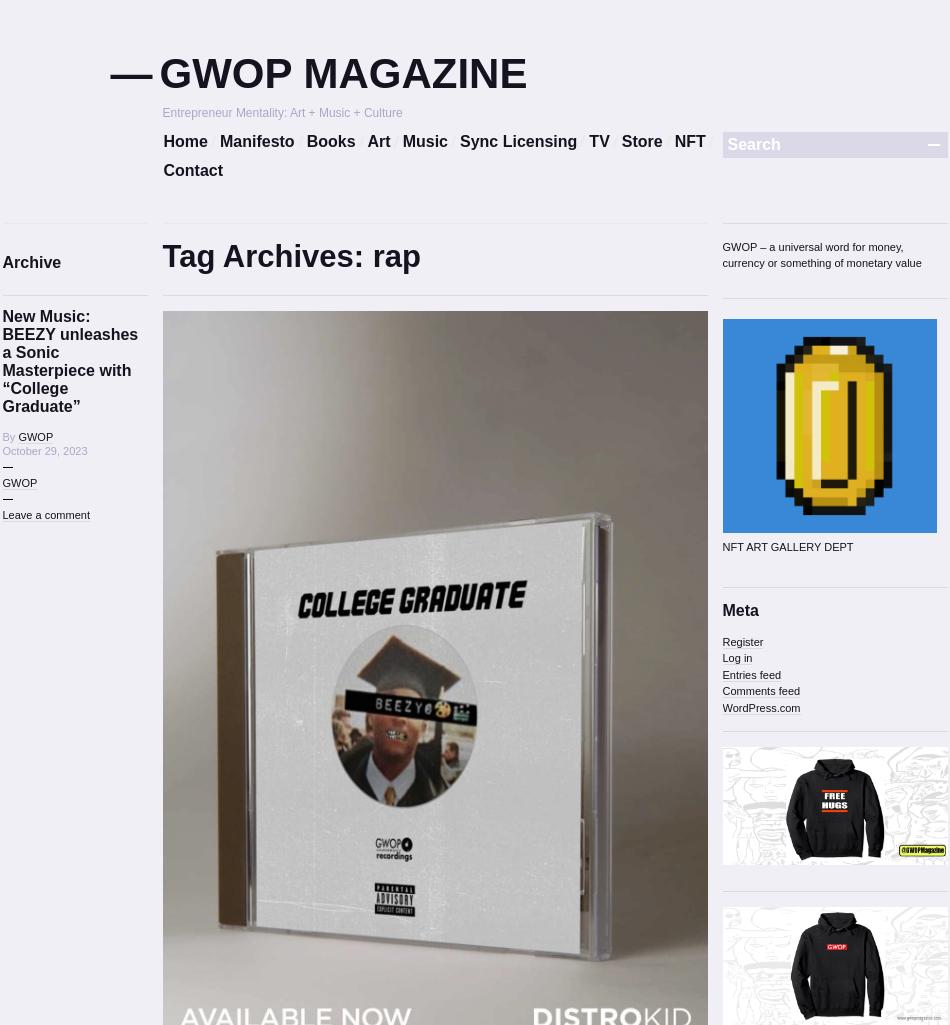 The height and width of the screenshot is (1025, 950). Describe the element at coordinates (44, 448) in the screenshot. I see `'October 29, 2023'` at that location.